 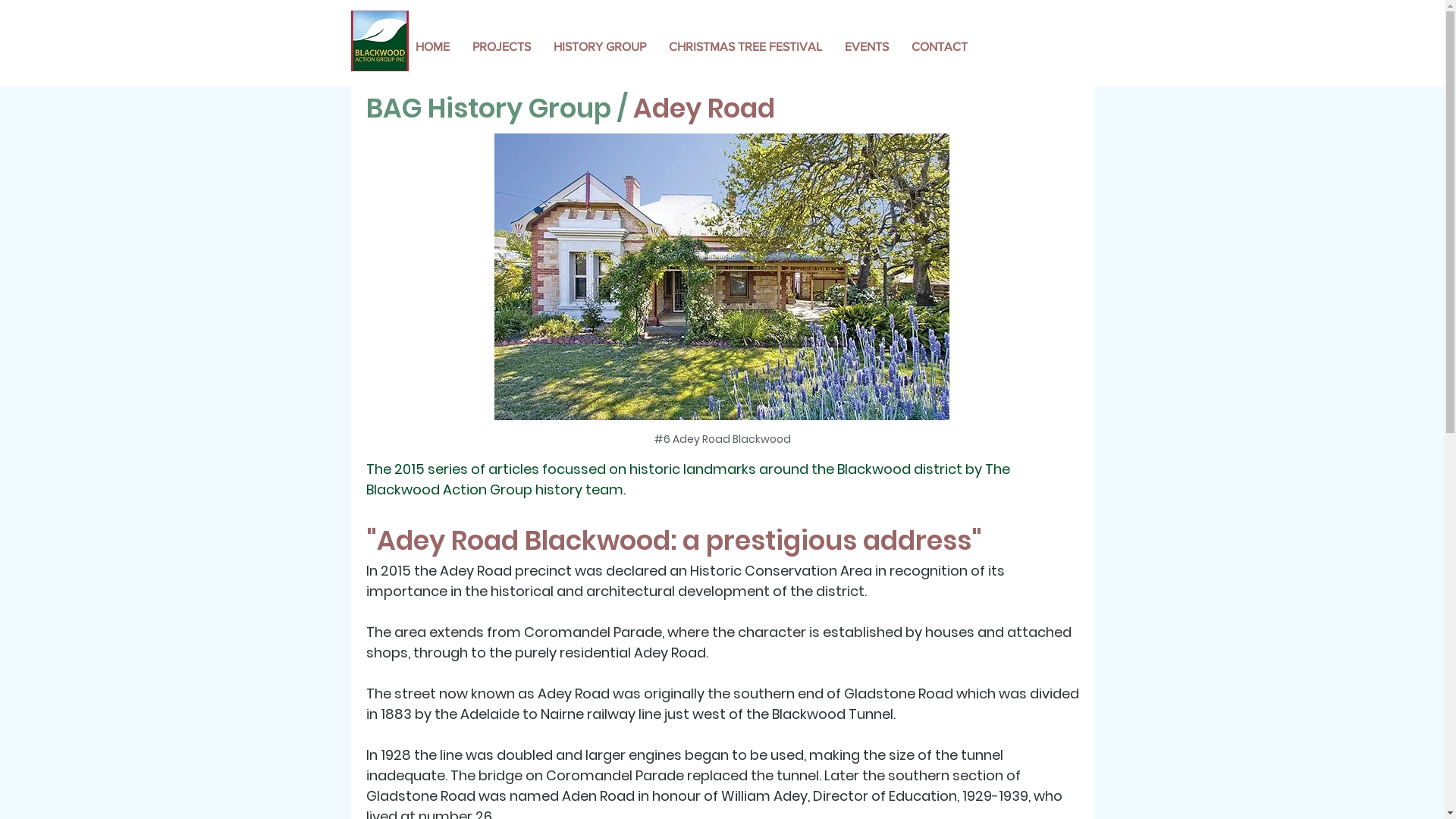 I want to click on 'CONTACT', so click(x=938, y=45).